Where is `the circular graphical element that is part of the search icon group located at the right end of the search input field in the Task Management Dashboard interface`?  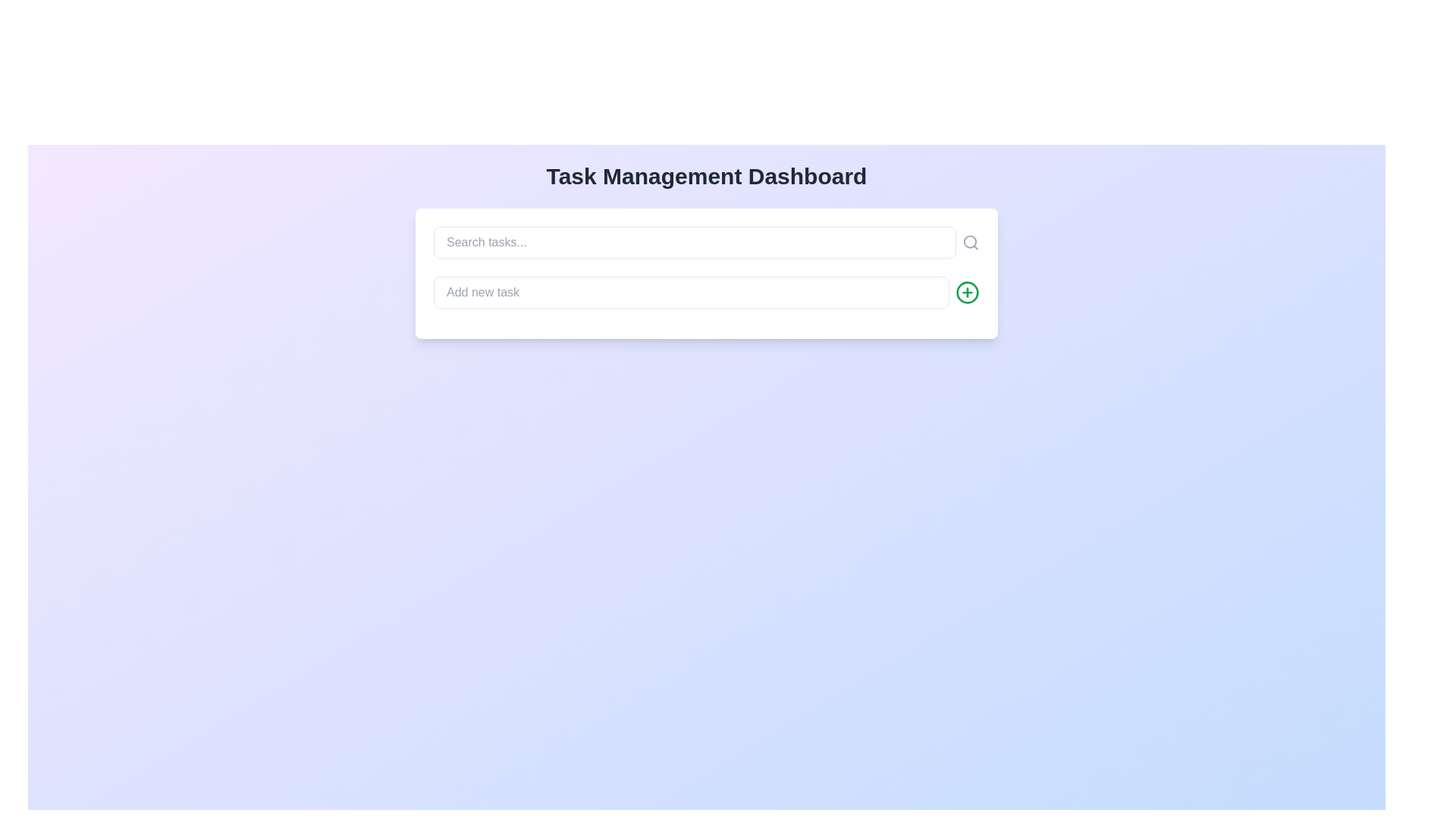 the circular graphical element that is part of the search icon group located at the right end of the search input field in the Task Management Dashboard interface is located at coordinates (969, 241).